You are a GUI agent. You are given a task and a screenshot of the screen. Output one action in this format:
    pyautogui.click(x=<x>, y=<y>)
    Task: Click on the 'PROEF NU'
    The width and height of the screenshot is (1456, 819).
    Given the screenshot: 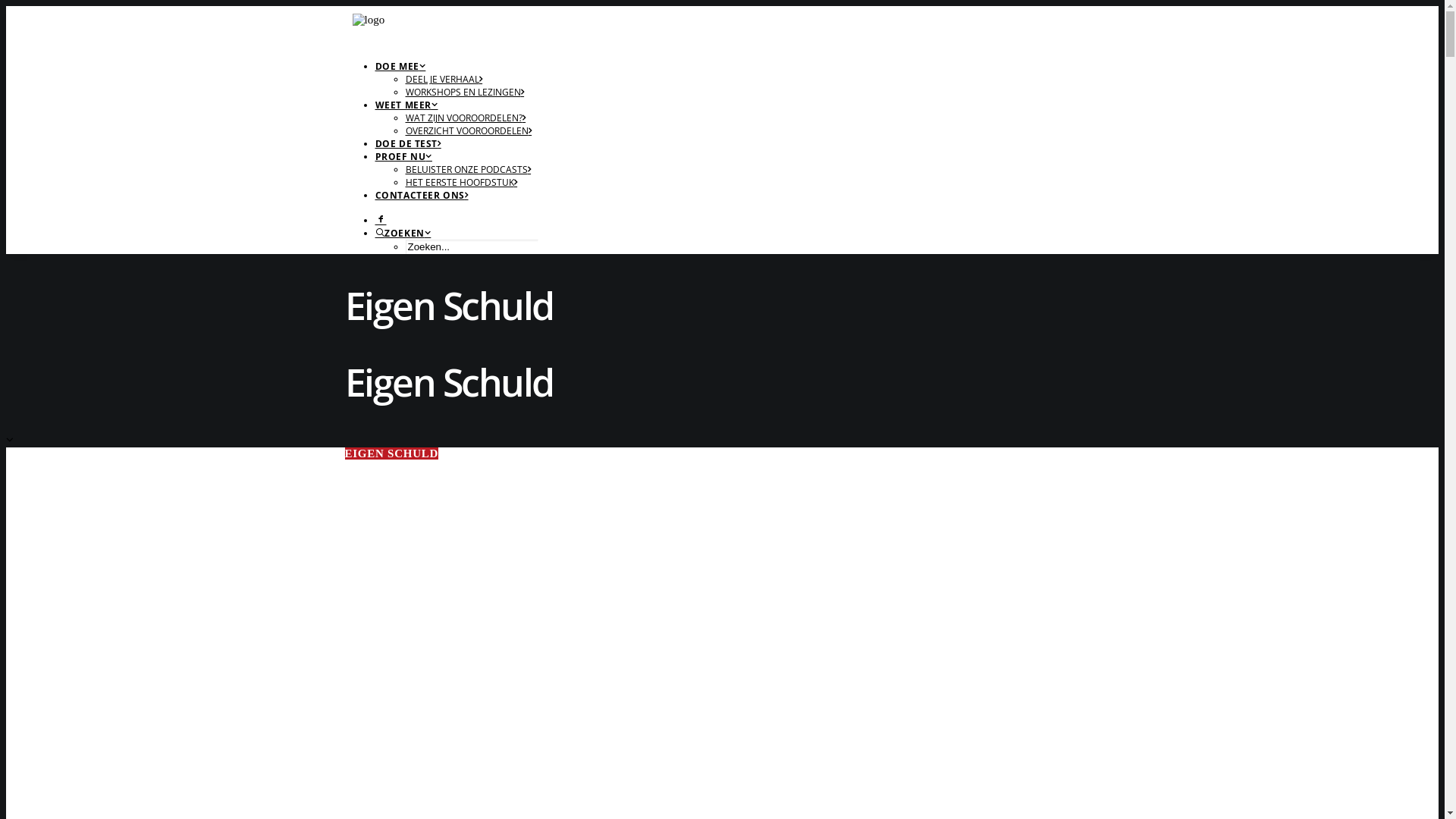 What is the action you would take?
    pyautogui.click(x=375, y=156)
    